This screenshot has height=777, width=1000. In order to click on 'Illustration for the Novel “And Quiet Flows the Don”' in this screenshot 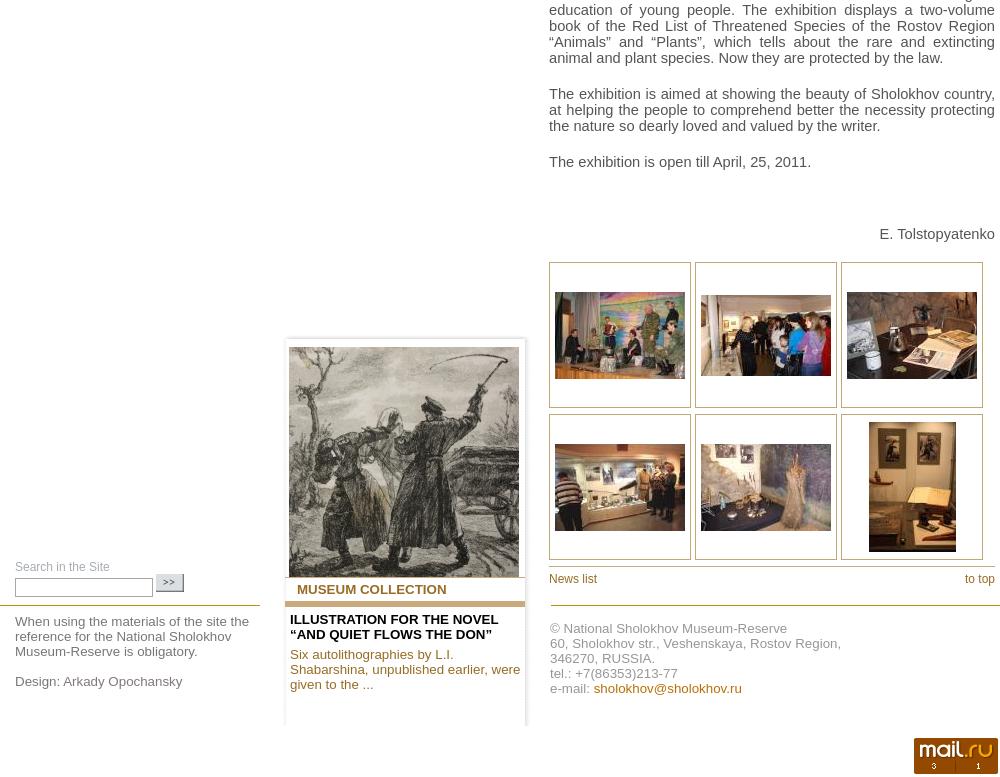, I will do `click(290, 625)`.